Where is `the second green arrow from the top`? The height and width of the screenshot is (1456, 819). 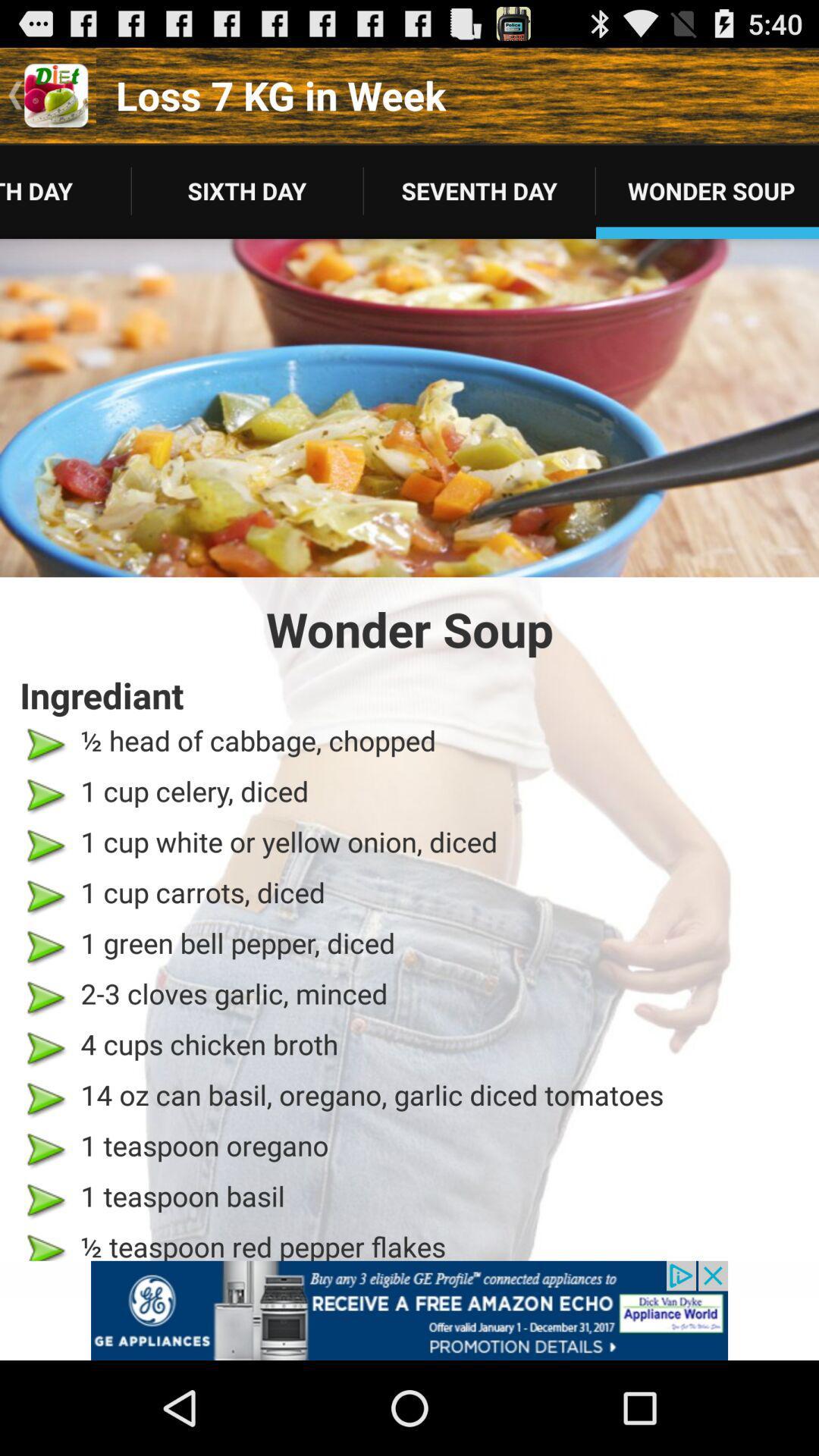 the second green arrow from the top is located at coordinates (44, 795).